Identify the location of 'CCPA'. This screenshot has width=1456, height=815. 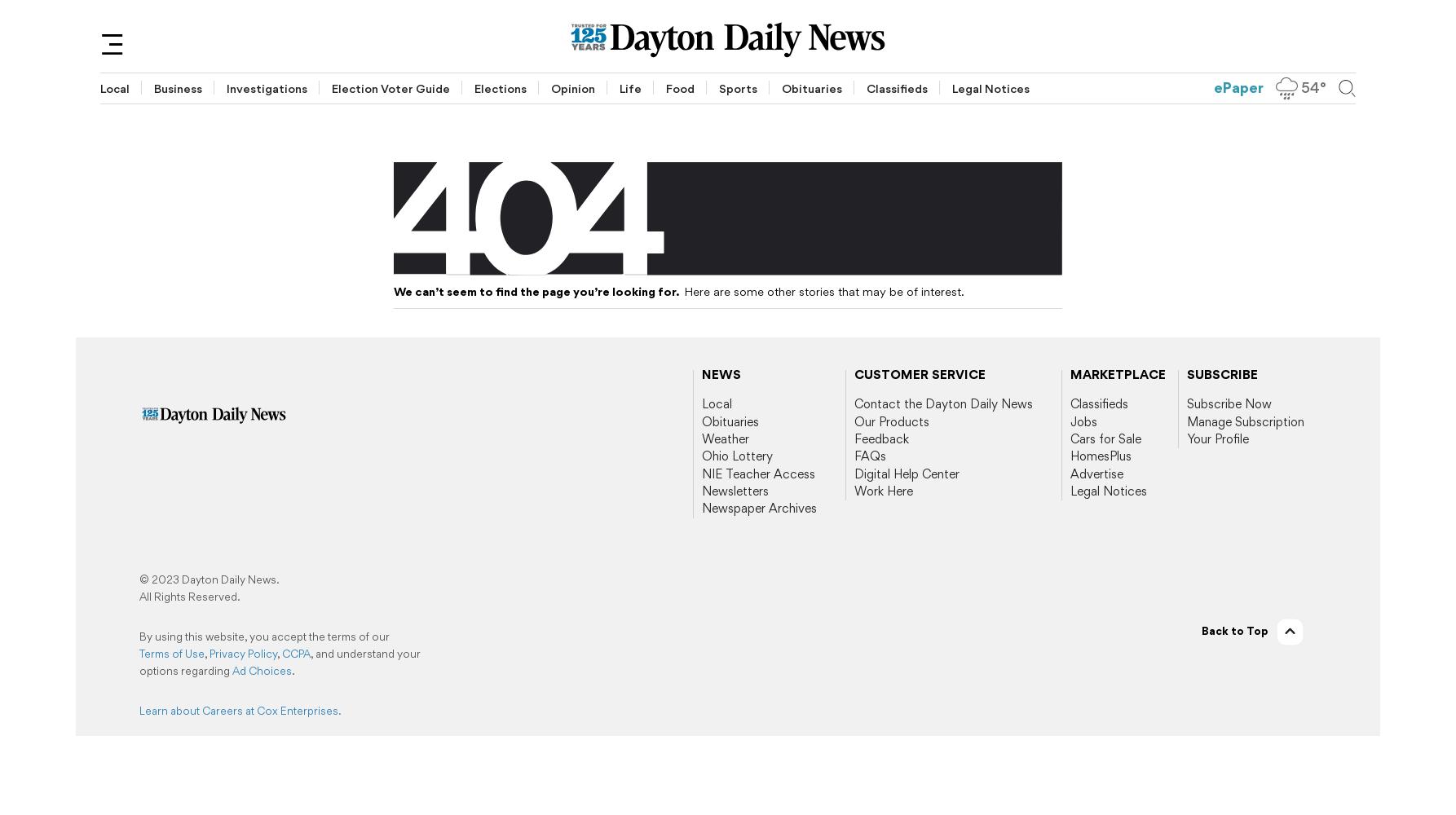
(296, 653).